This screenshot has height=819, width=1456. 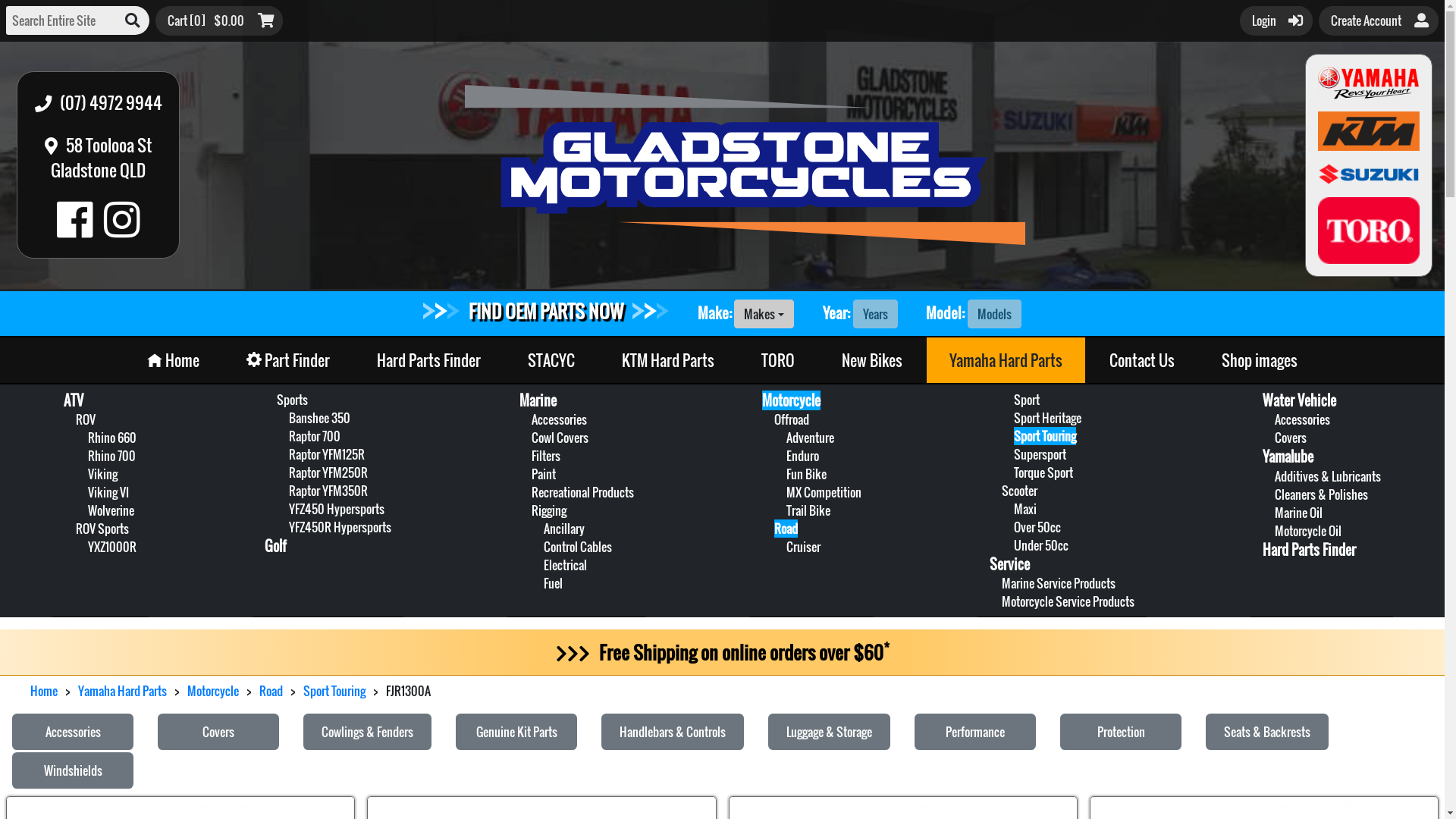 I want to click on 'Sport Heritage', so click(x=1046, y=418).